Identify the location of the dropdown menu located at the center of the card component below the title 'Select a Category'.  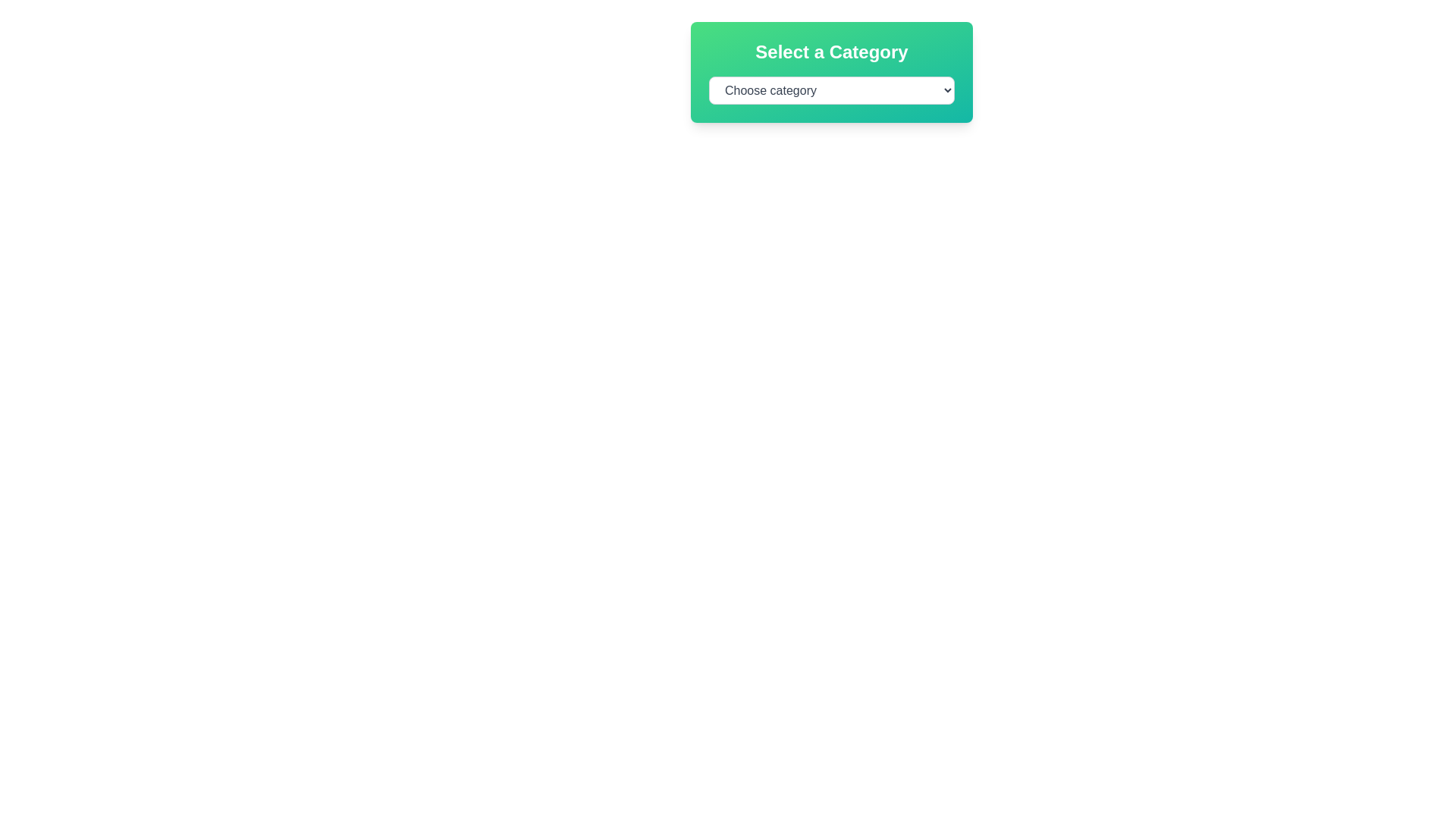
(831, 90).